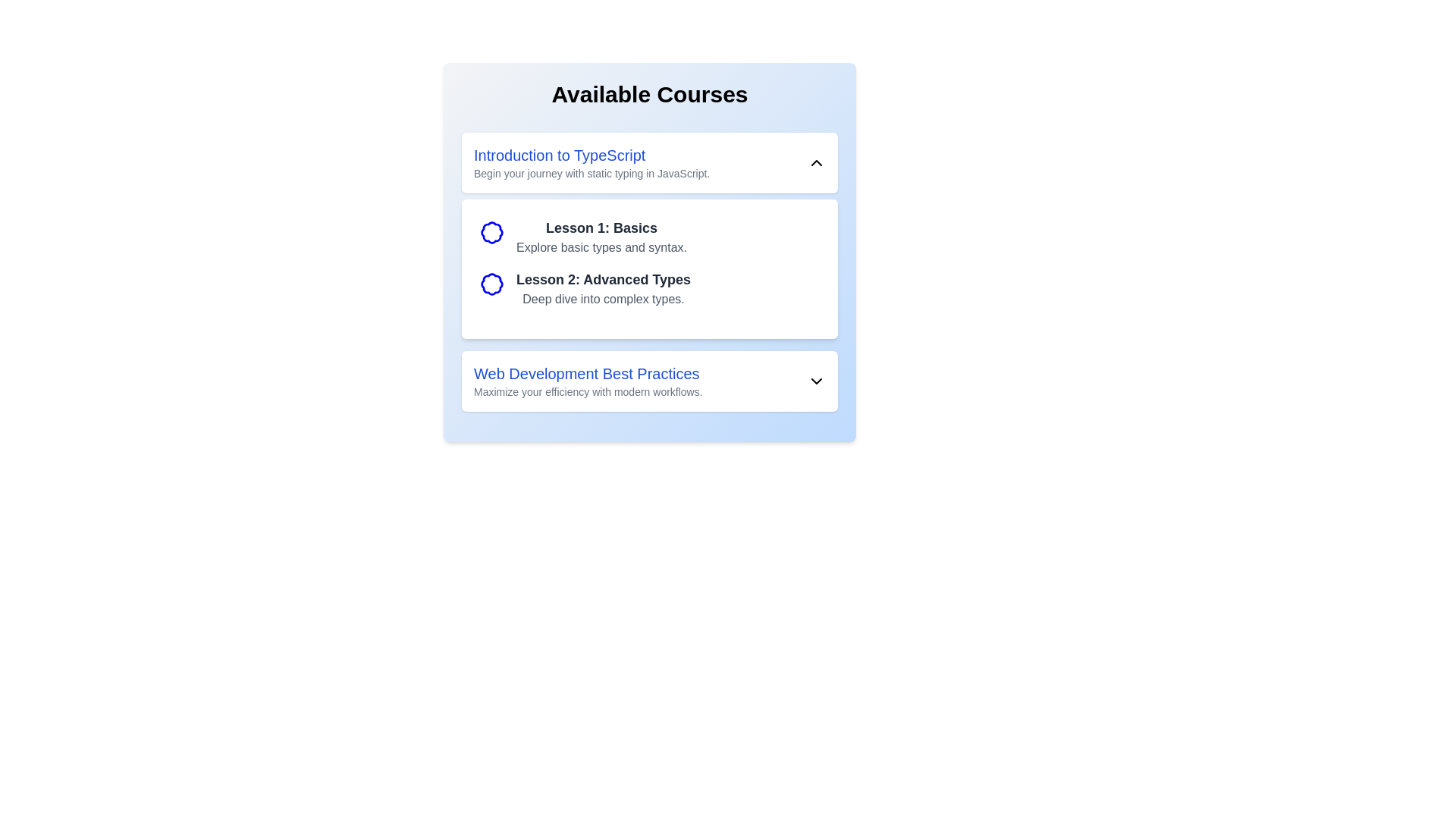  Describe the element at coordinates (591, 172) in the screenshot. I see `the text label that serves as a descriptive subtitle for 'Introduction to TypeScript', positioned directly below the title within a white background rectangular section` at that location.